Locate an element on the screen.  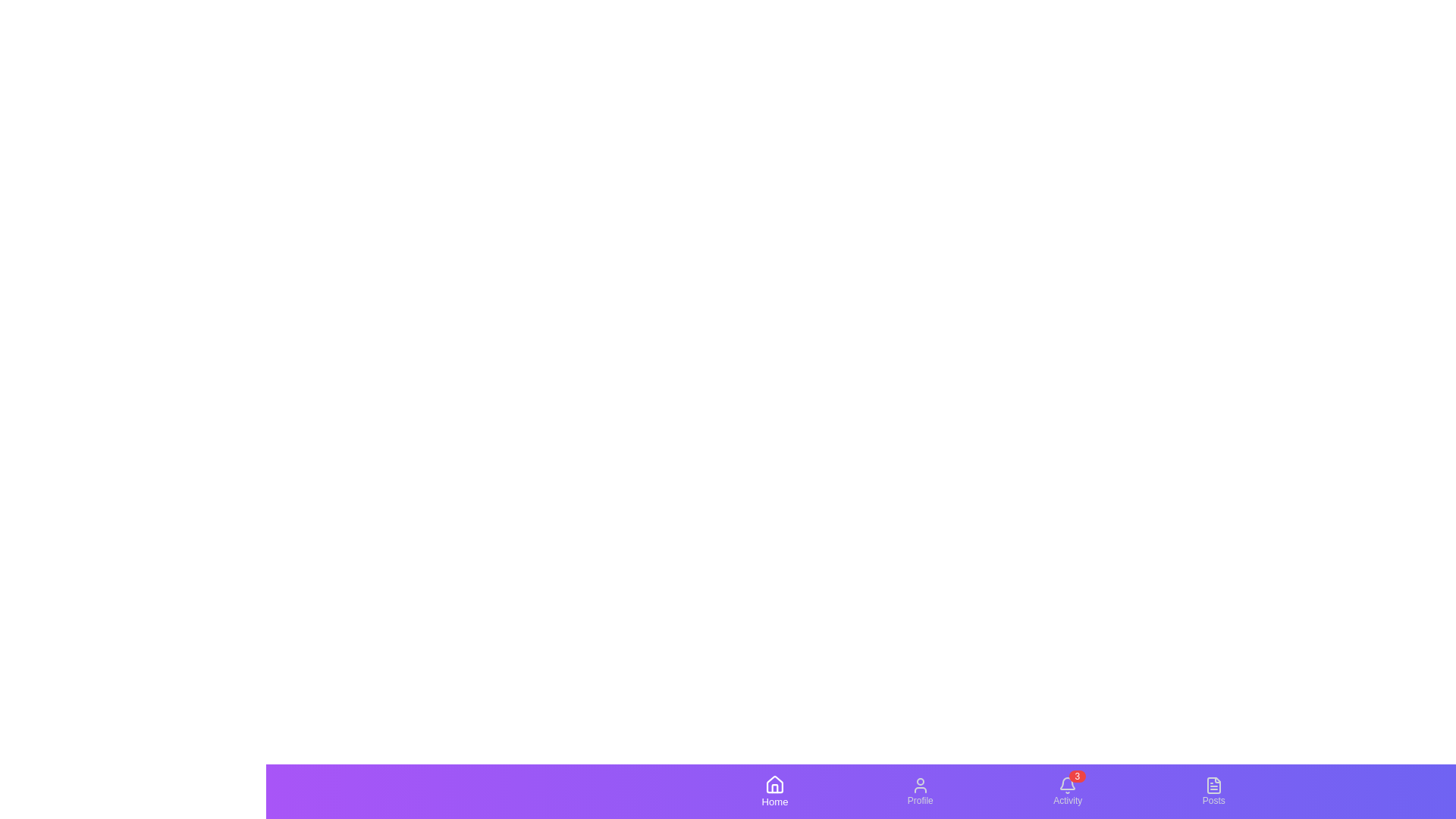
the tab labeled Home to observe its visual feedback is located at coordinates (775, 791).